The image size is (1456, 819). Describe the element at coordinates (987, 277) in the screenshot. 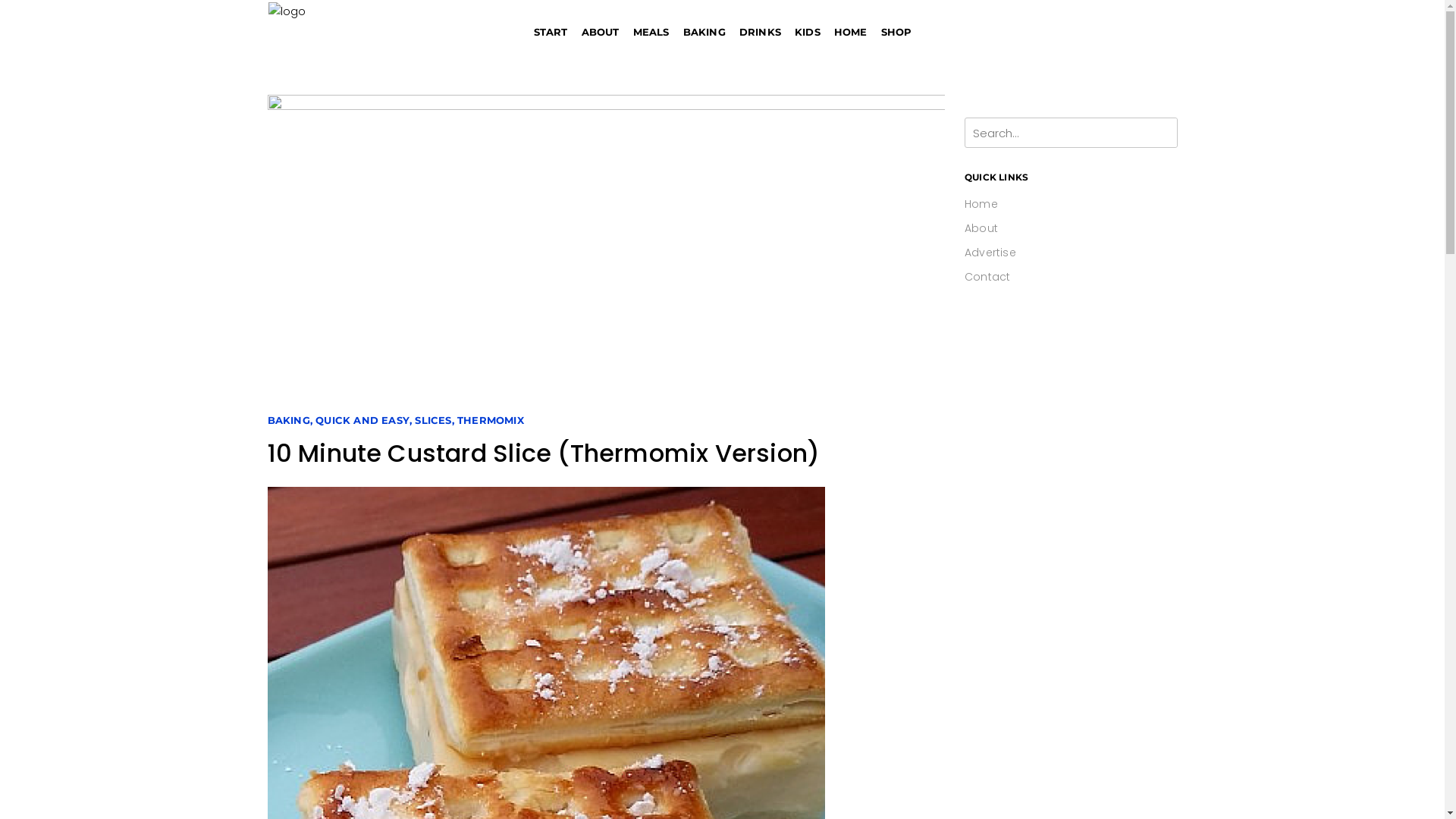

I see `'Contact'` at that location.